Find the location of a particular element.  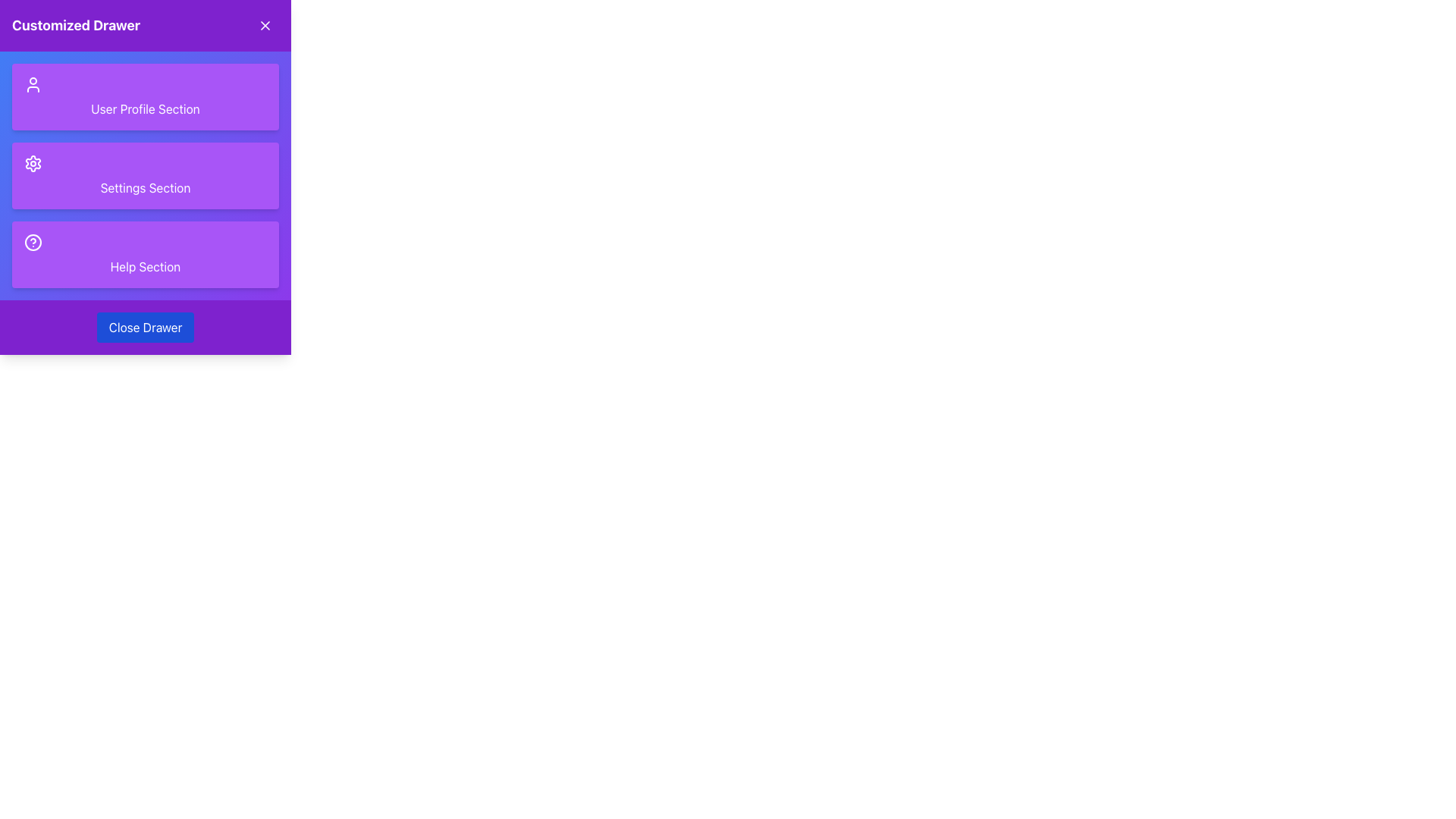

the circular question mark icon located to the left of the text 'Help Section' in the Help Section card is located at coordinates (33, 242).